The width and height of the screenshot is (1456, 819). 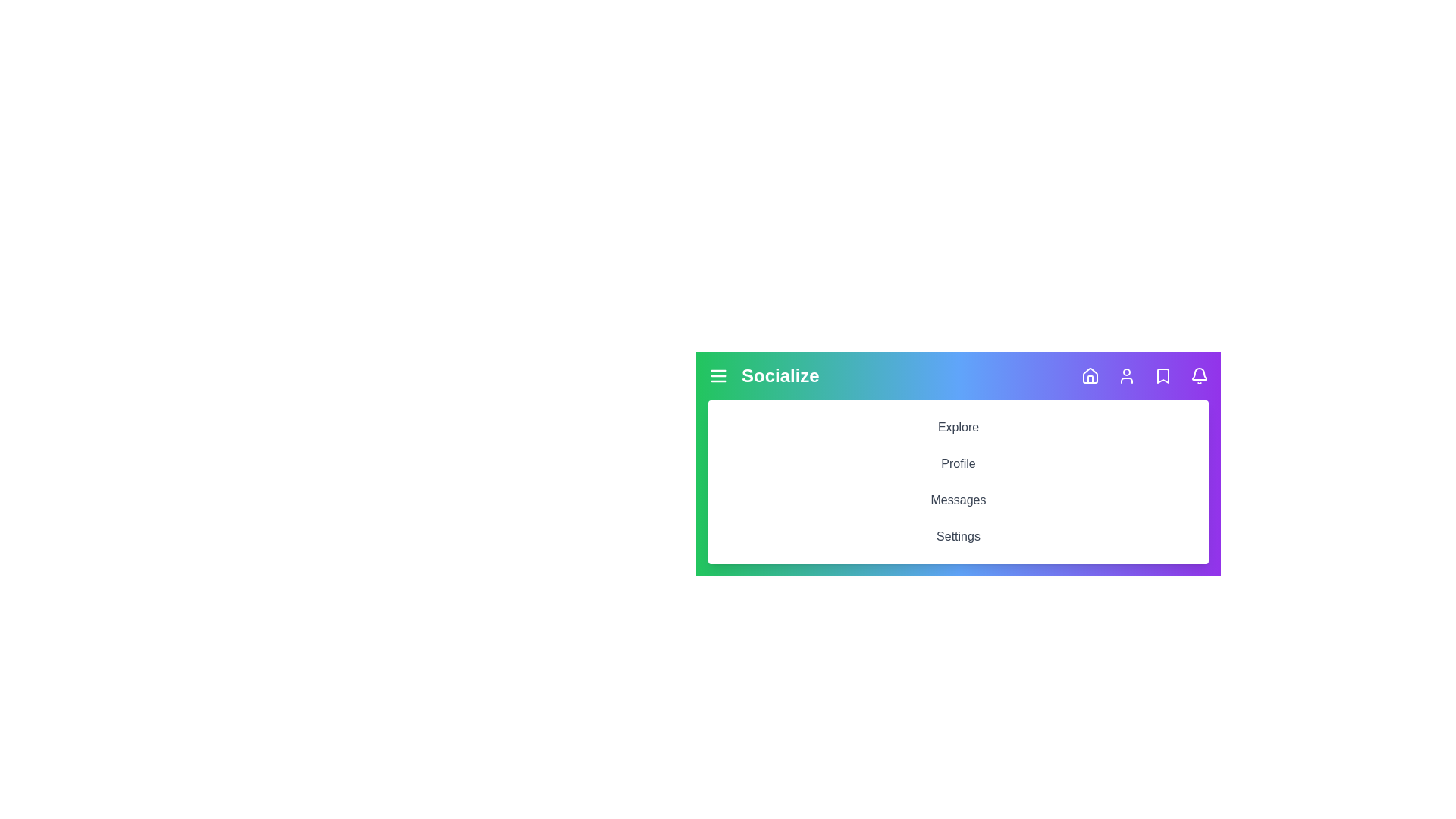 I want to click on the menu item Profile, so click(x=957, y=463).